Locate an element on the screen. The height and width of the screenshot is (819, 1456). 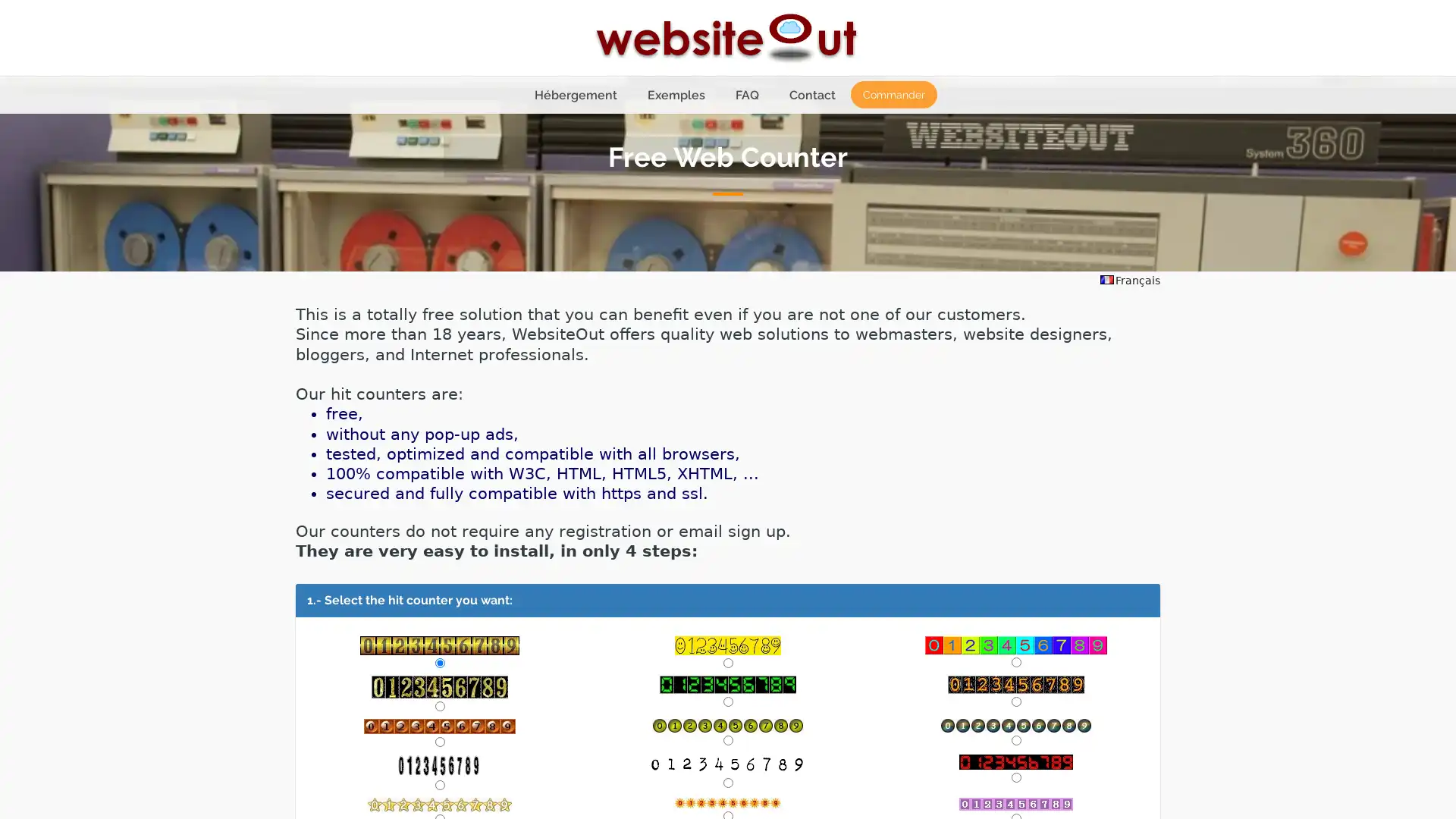
Commander is located at coordinates (893, 94).